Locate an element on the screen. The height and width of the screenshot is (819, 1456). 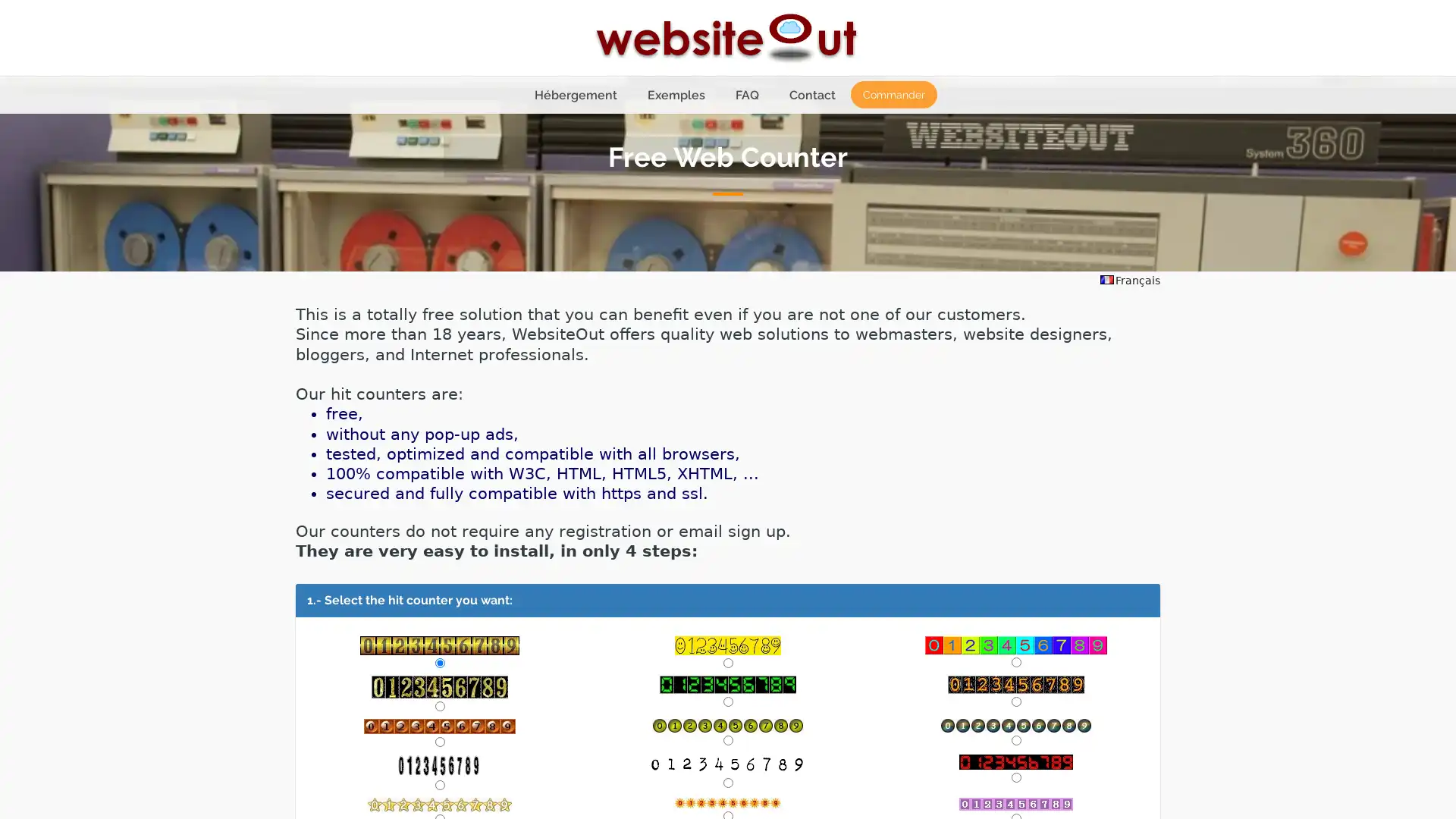
Commander is located at coordinates (893, 94).